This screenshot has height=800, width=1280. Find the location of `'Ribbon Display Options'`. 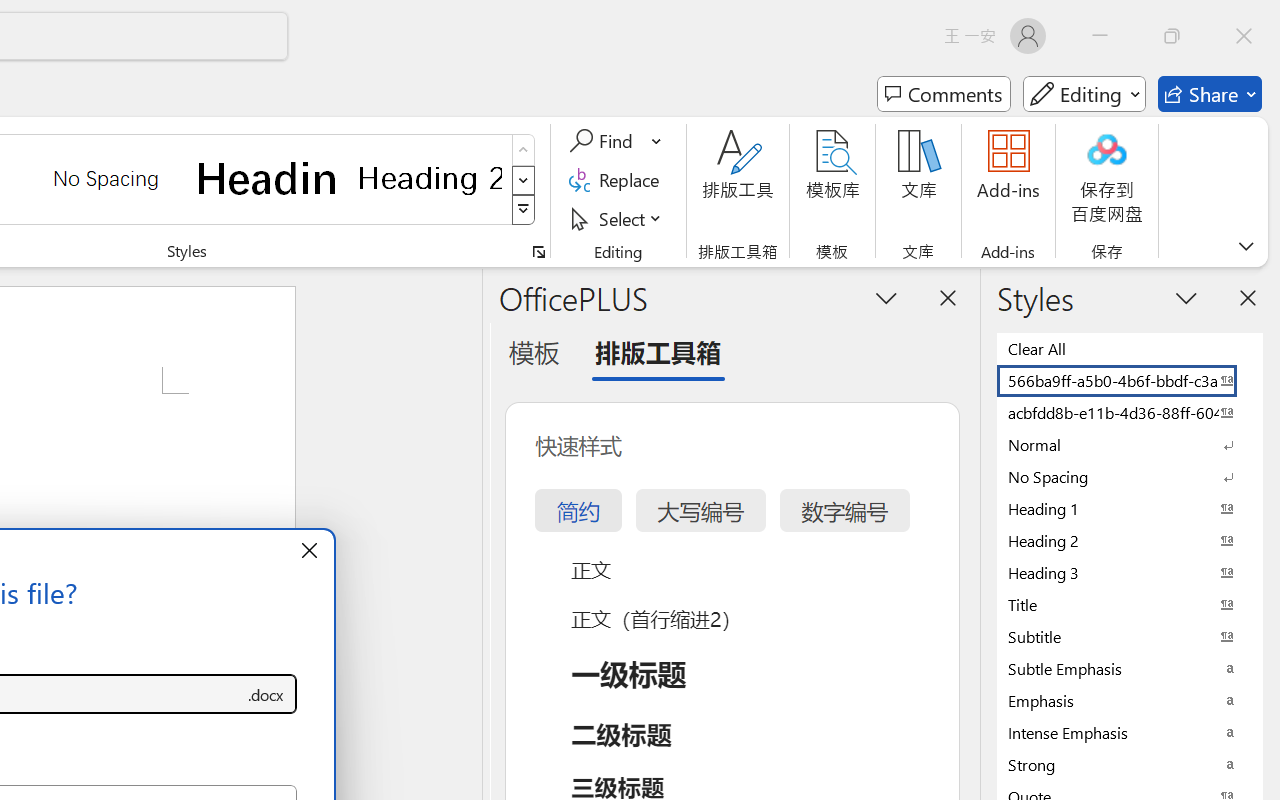

'Ribbon Display Options' is located at coordinates (1245, 245).